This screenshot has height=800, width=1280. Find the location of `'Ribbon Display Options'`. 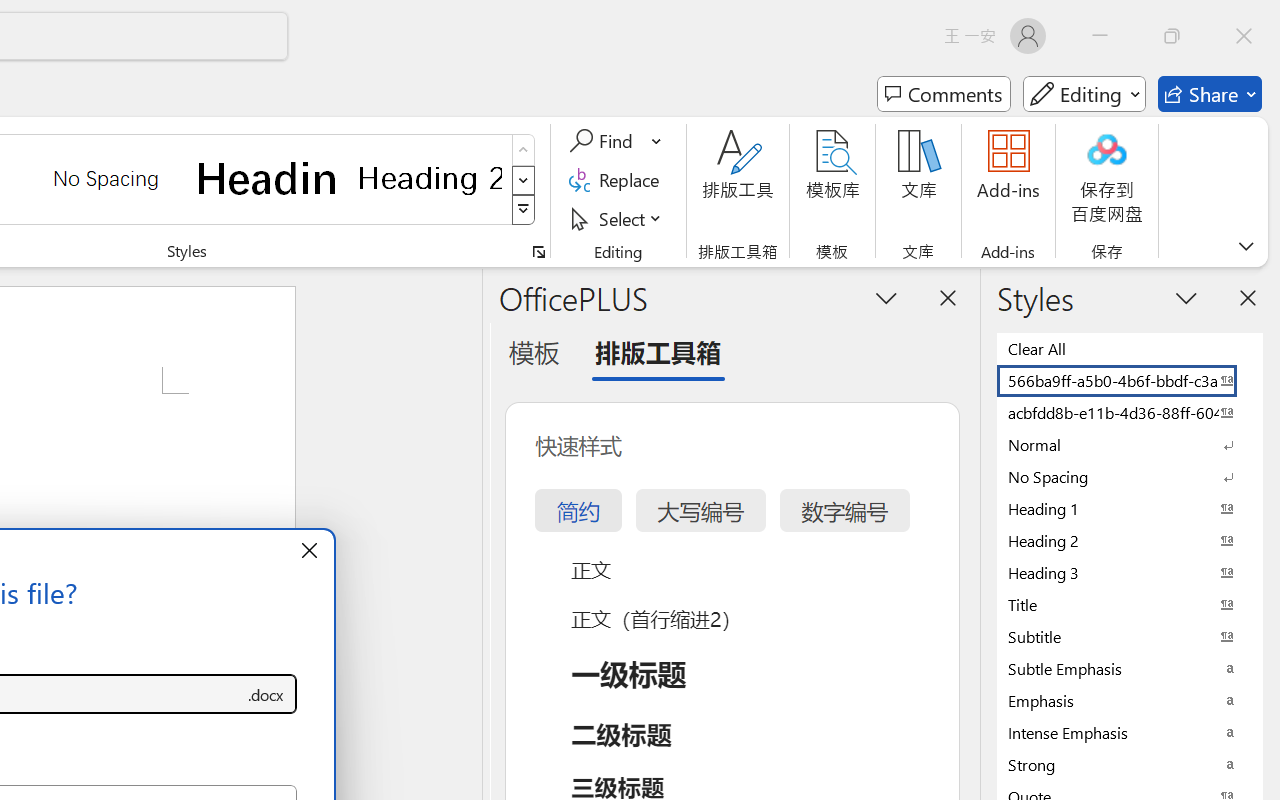

'Ribbon Display Options' is located at coordinates (1245, 245).